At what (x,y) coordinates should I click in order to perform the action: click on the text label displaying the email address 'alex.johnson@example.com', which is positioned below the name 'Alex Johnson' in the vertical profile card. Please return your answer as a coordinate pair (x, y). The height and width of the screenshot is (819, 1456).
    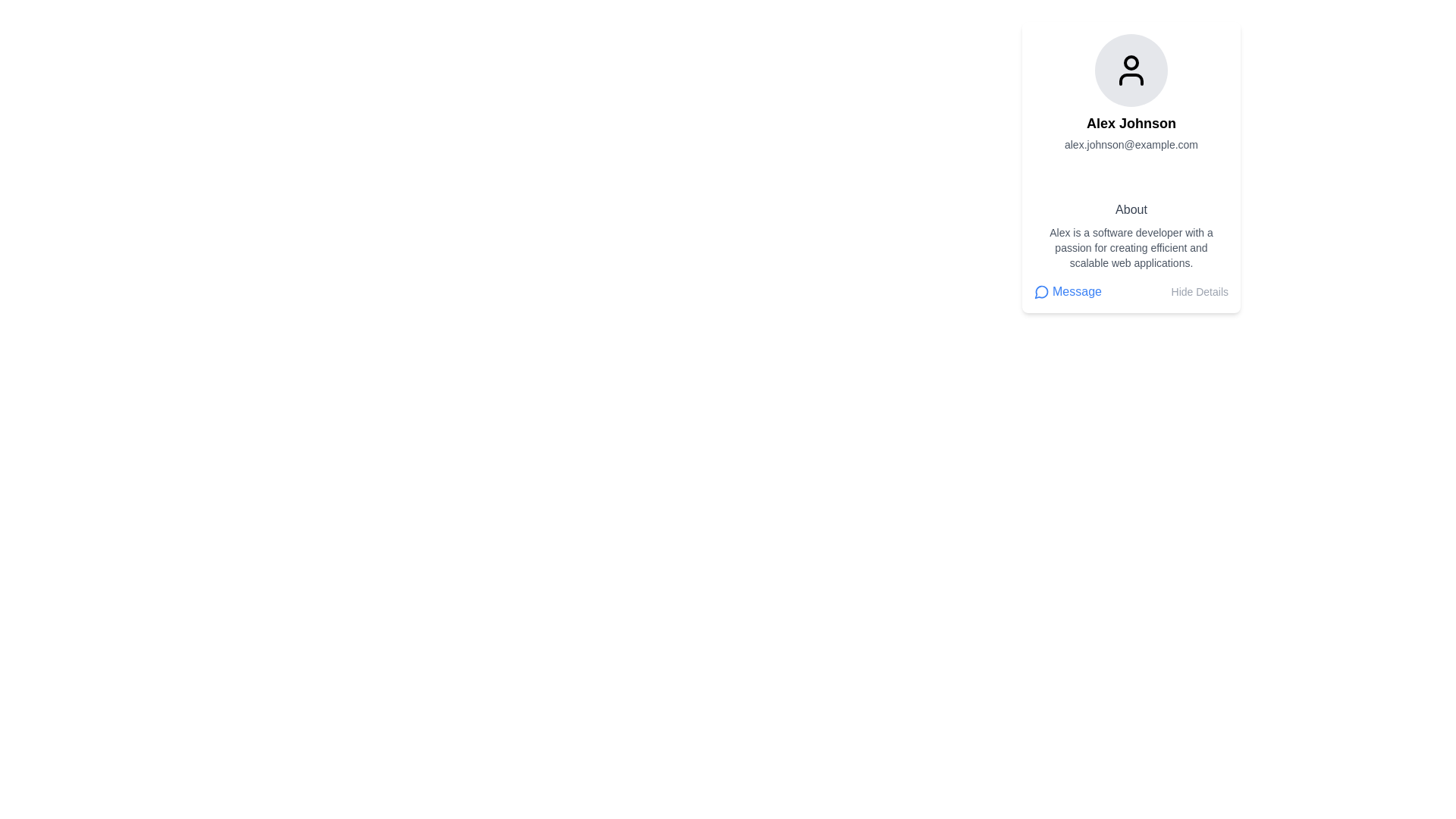
    Looking at the image, I should click on (1131, 145).